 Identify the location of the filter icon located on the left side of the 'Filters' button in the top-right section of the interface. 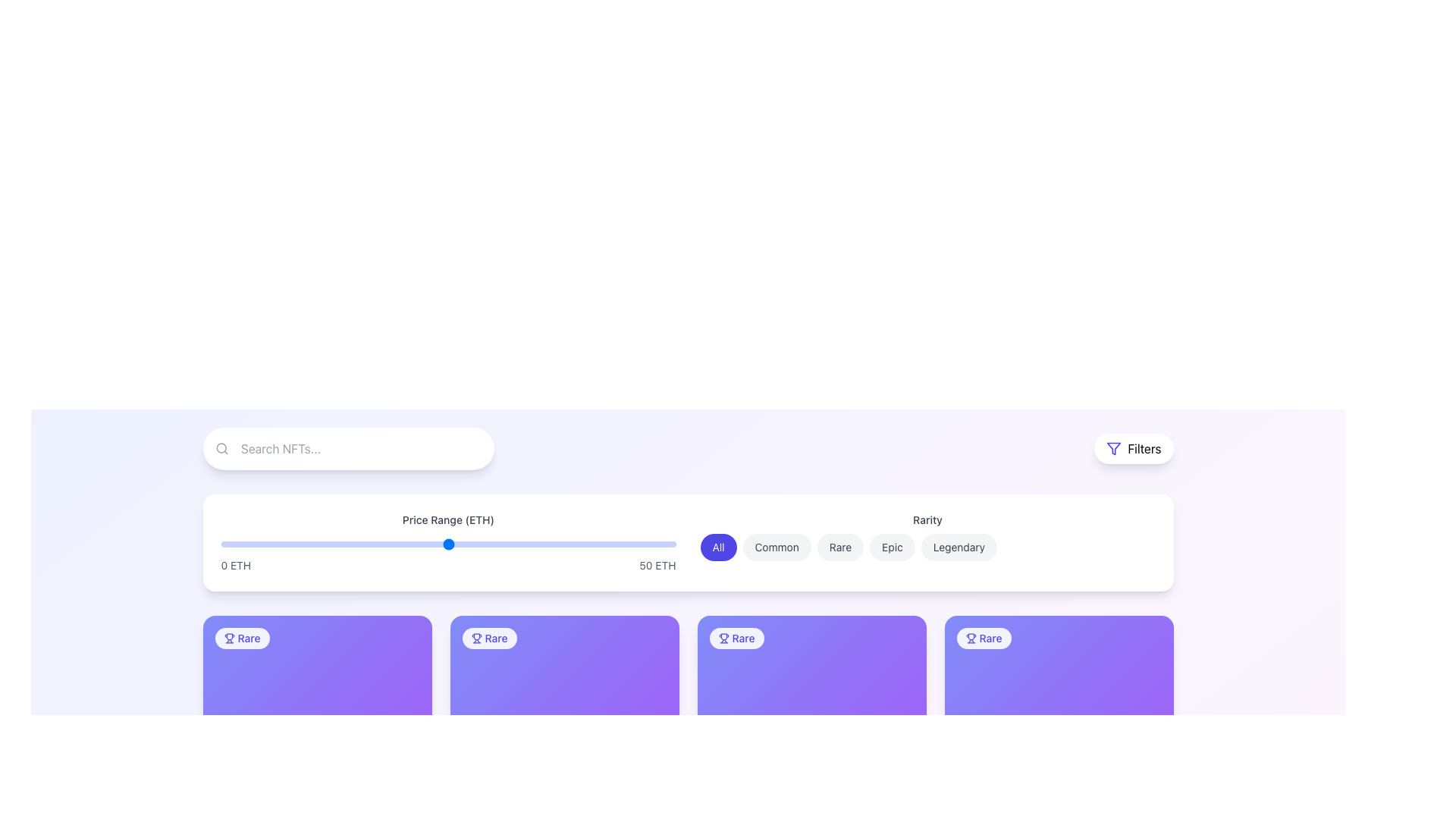
(1114, 447).